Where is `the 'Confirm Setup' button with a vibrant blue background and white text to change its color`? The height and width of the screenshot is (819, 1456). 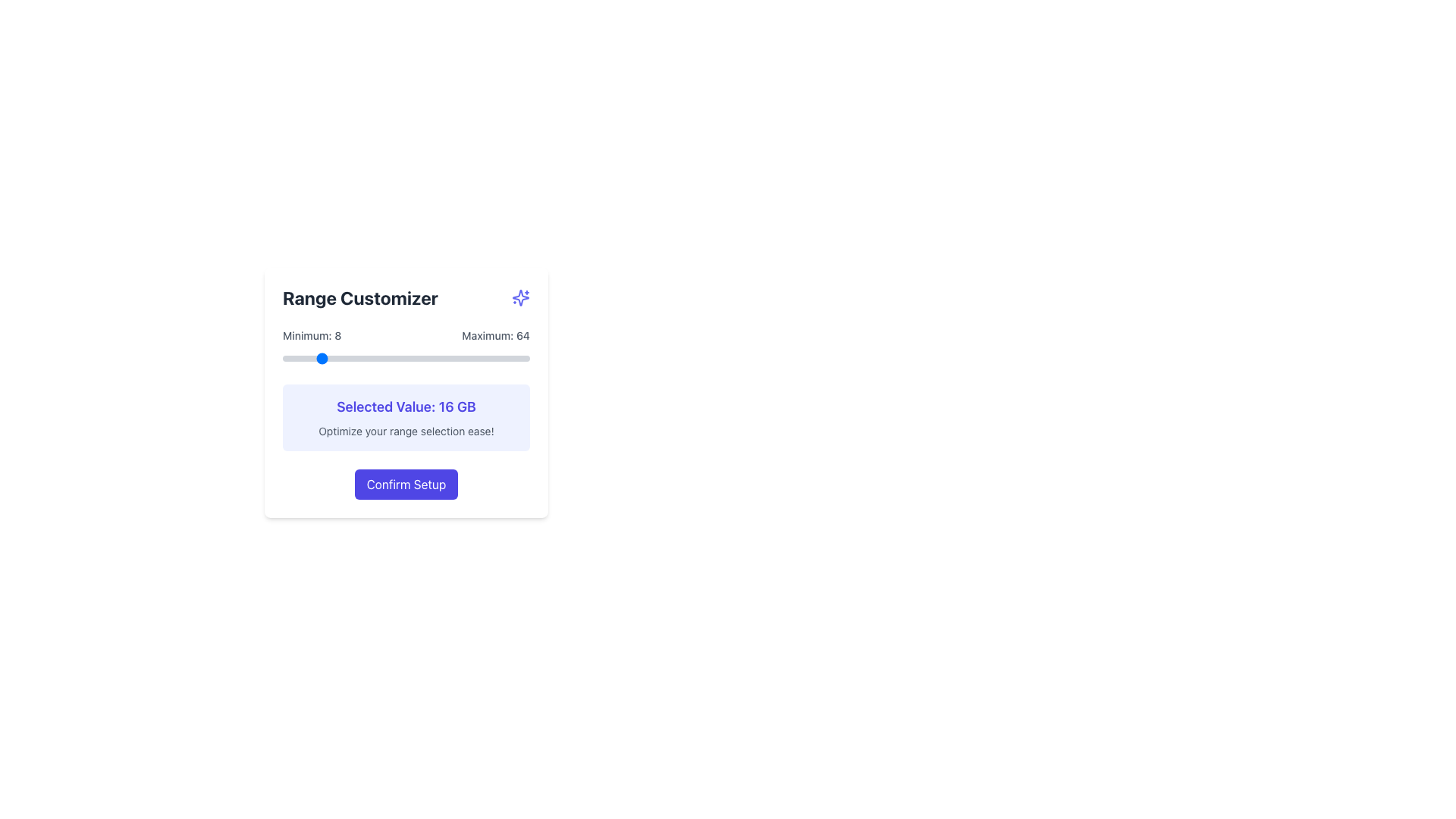 the 'Confirm Setup' button with a vibrant blue background and white text to change its color is located at coordinates (406, 485).